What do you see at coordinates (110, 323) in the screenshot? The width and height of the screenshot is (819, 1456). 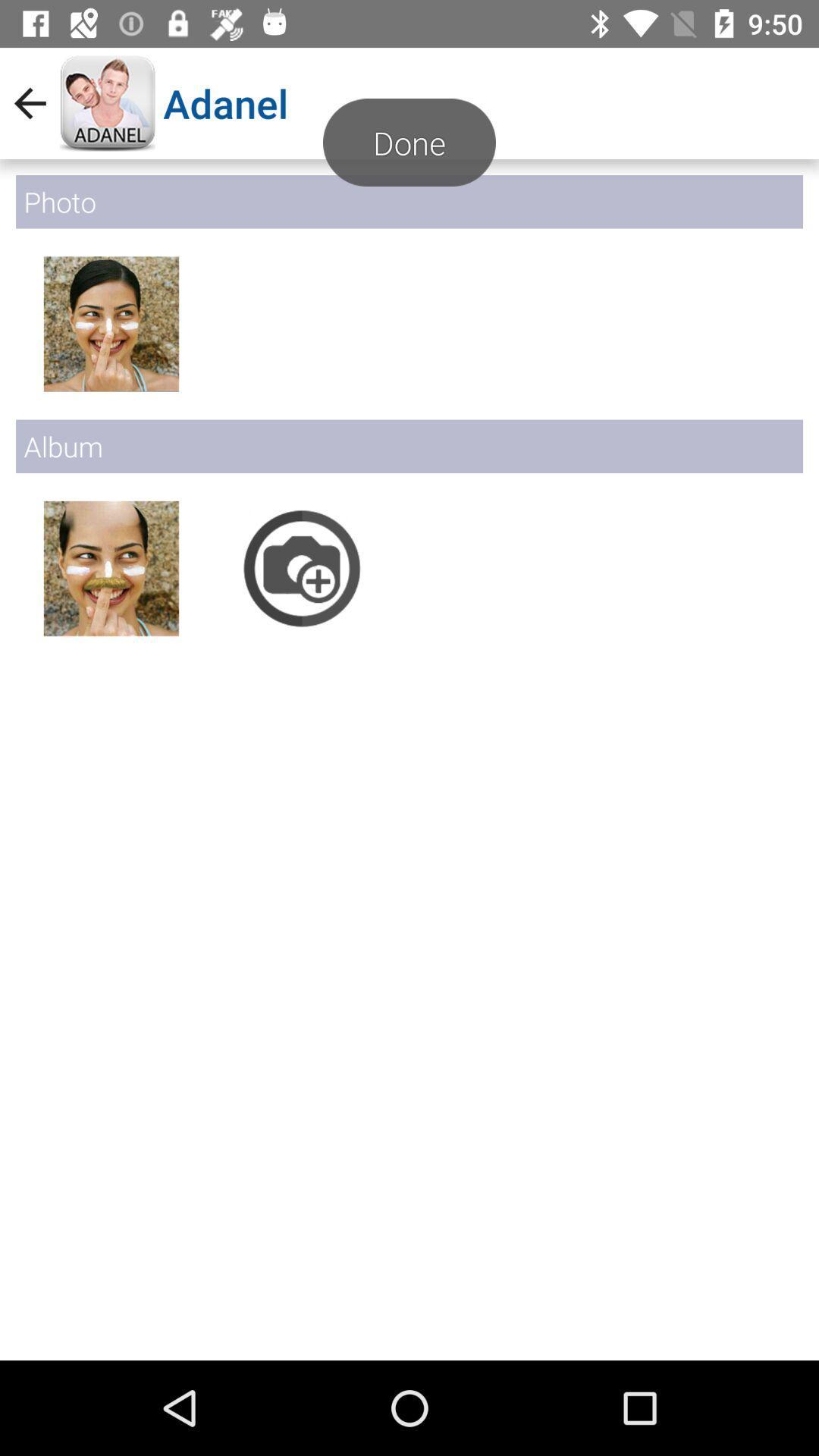 I see `the avatar icon` at bounding box center [110, 323].